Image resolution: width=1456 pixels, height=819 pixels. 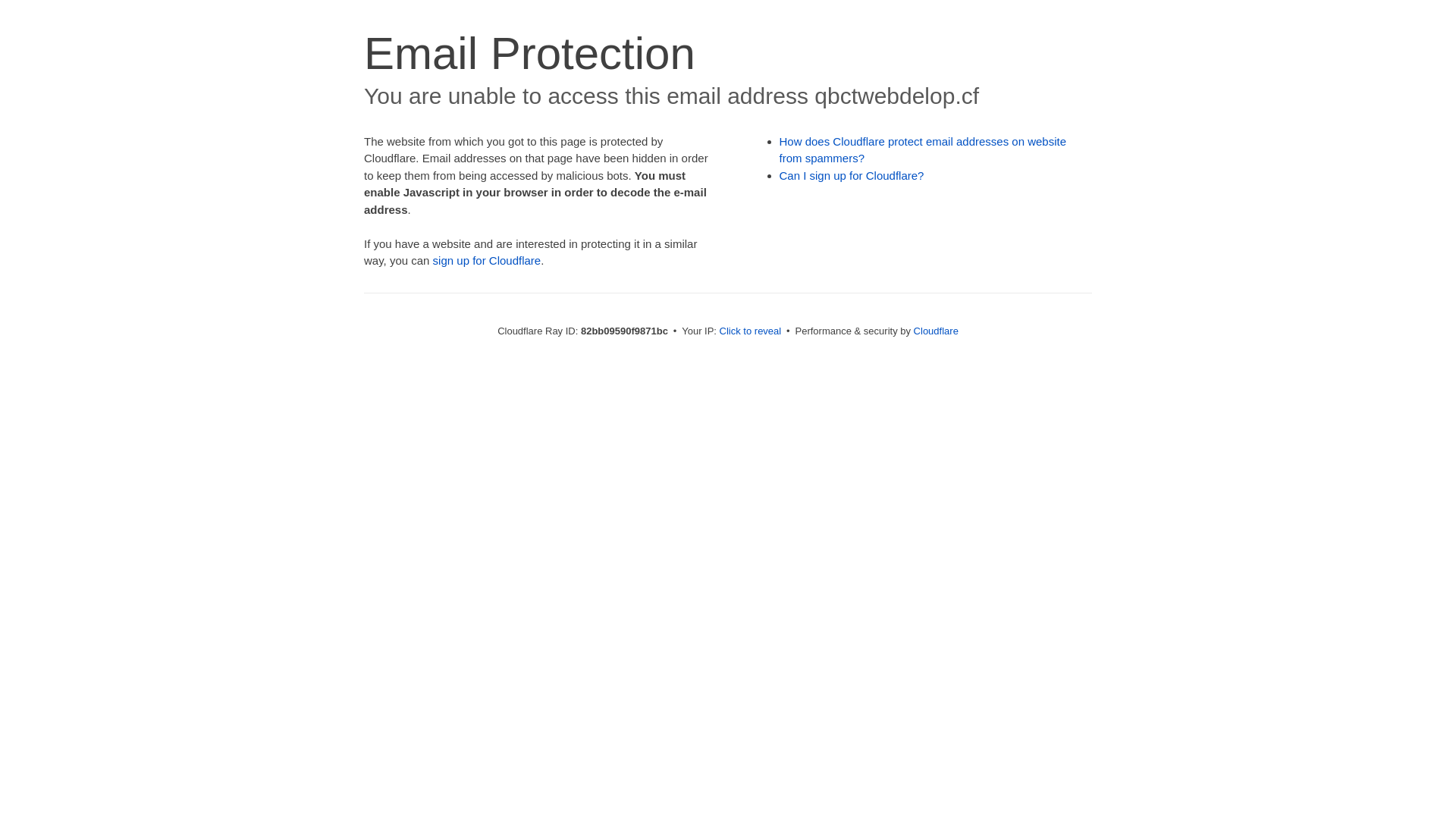 I want to click on 'sign up for Cloudflare', so click(x=432, y=259).